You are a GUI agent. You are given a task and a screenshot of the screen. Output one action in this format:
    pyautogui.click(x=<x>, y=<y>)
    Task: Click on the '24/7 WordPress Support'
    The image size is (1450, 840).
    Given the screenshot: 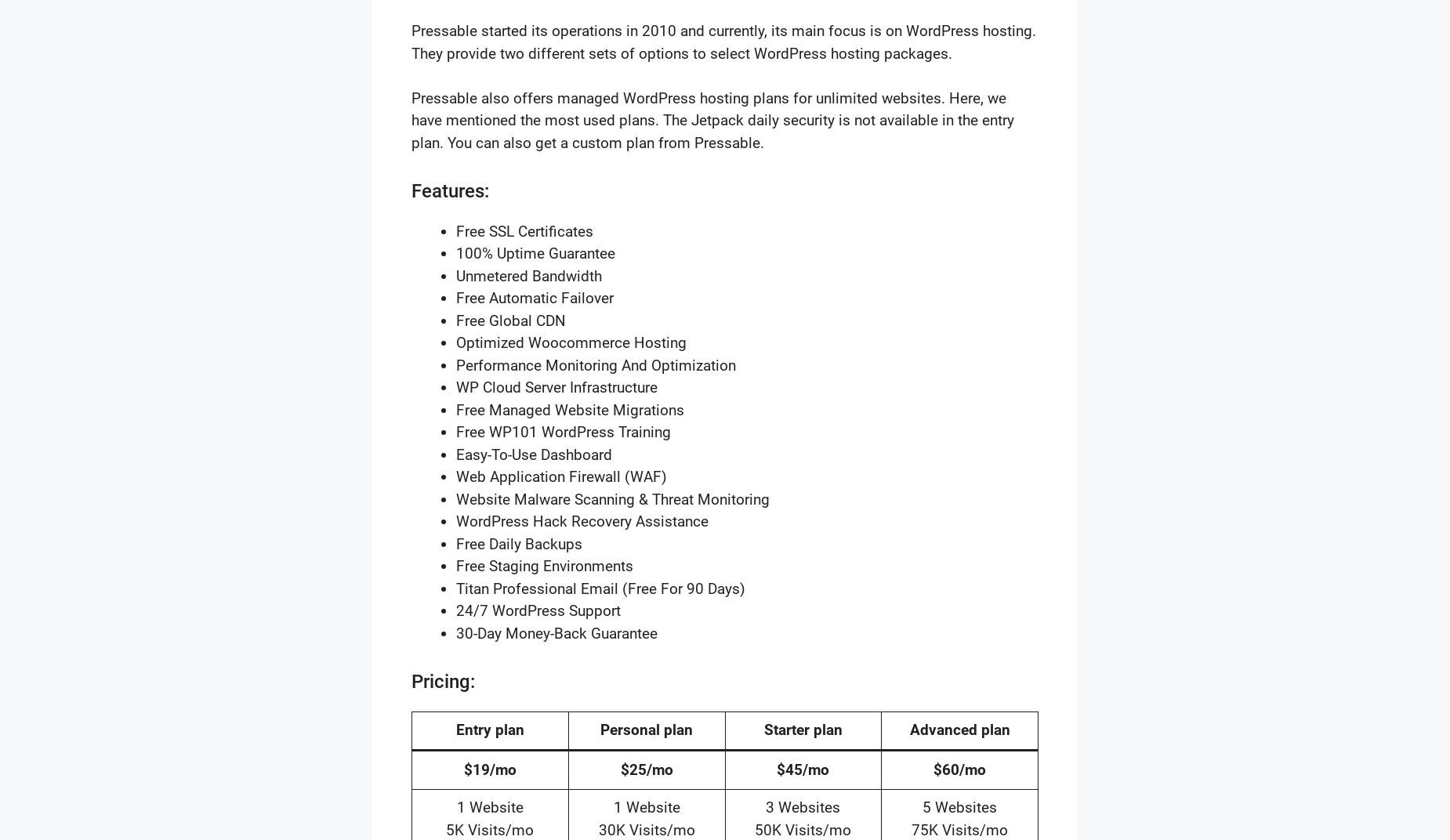 What is the action you would take?
    pyautogui.click(x=538, y=610)
    